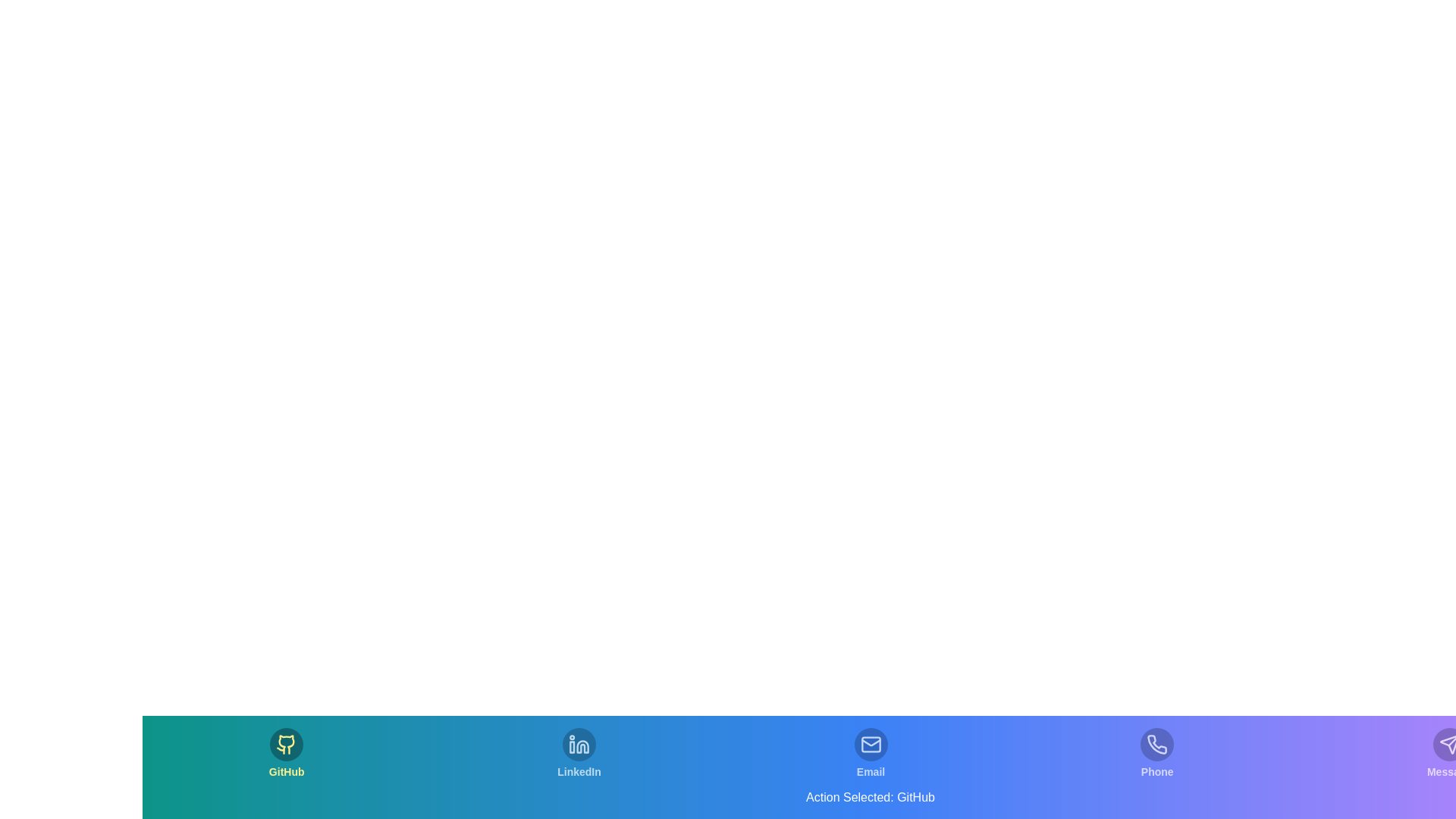 This screenshot has height=819, width=1456. I want to click on the icon labeled Phone to observe its hover effect, so click(1156, 754).